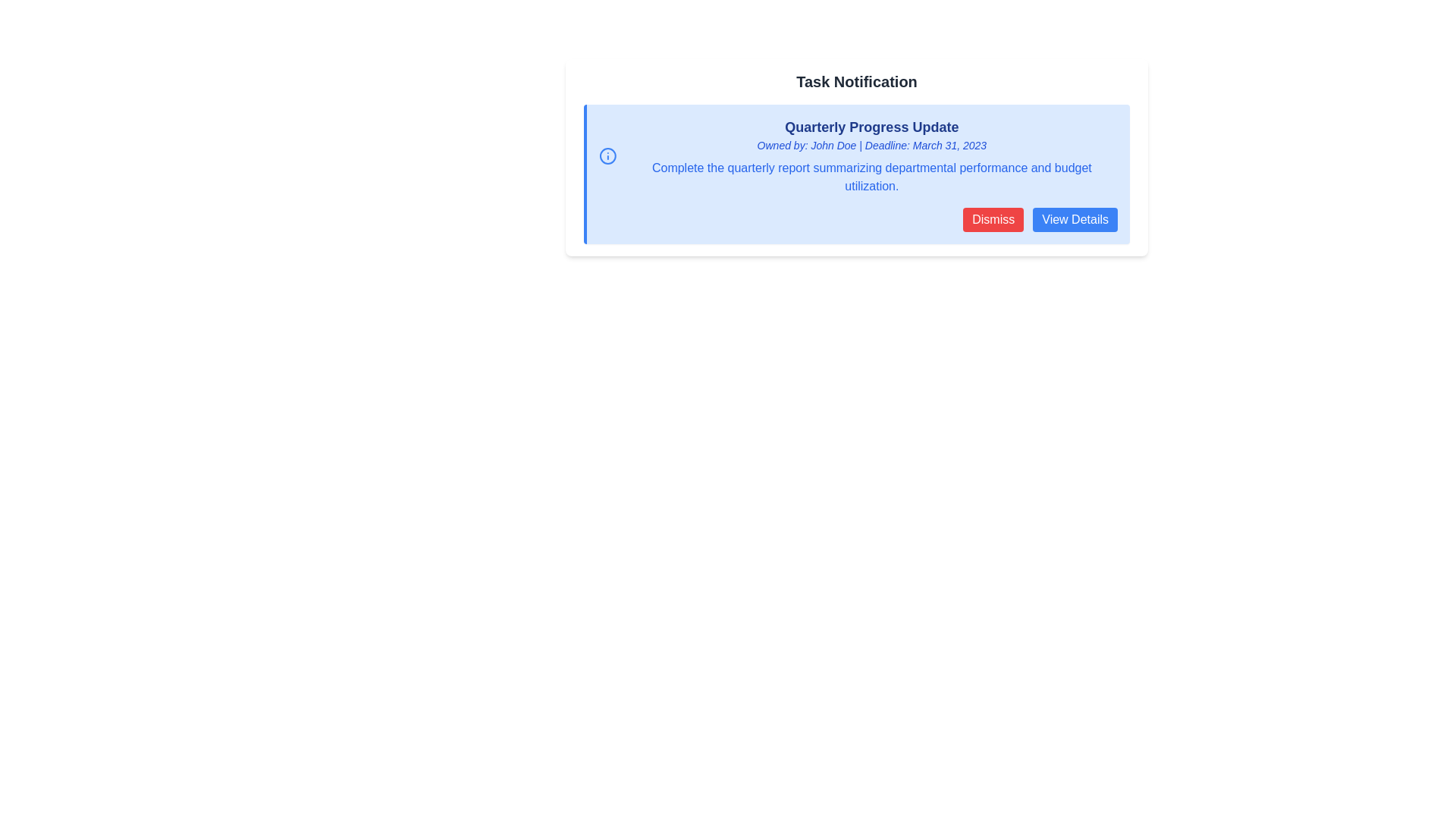 The height and width of the screenshot is (819, 1456). What do you see at coordinates (871, 155) in the screenshot?
I see `text block titled 'Quarterly Progress Update' which contains important information about ownership and deadlines, as well as a description of the quarterly report requirements` at bounding box center [871, 155].